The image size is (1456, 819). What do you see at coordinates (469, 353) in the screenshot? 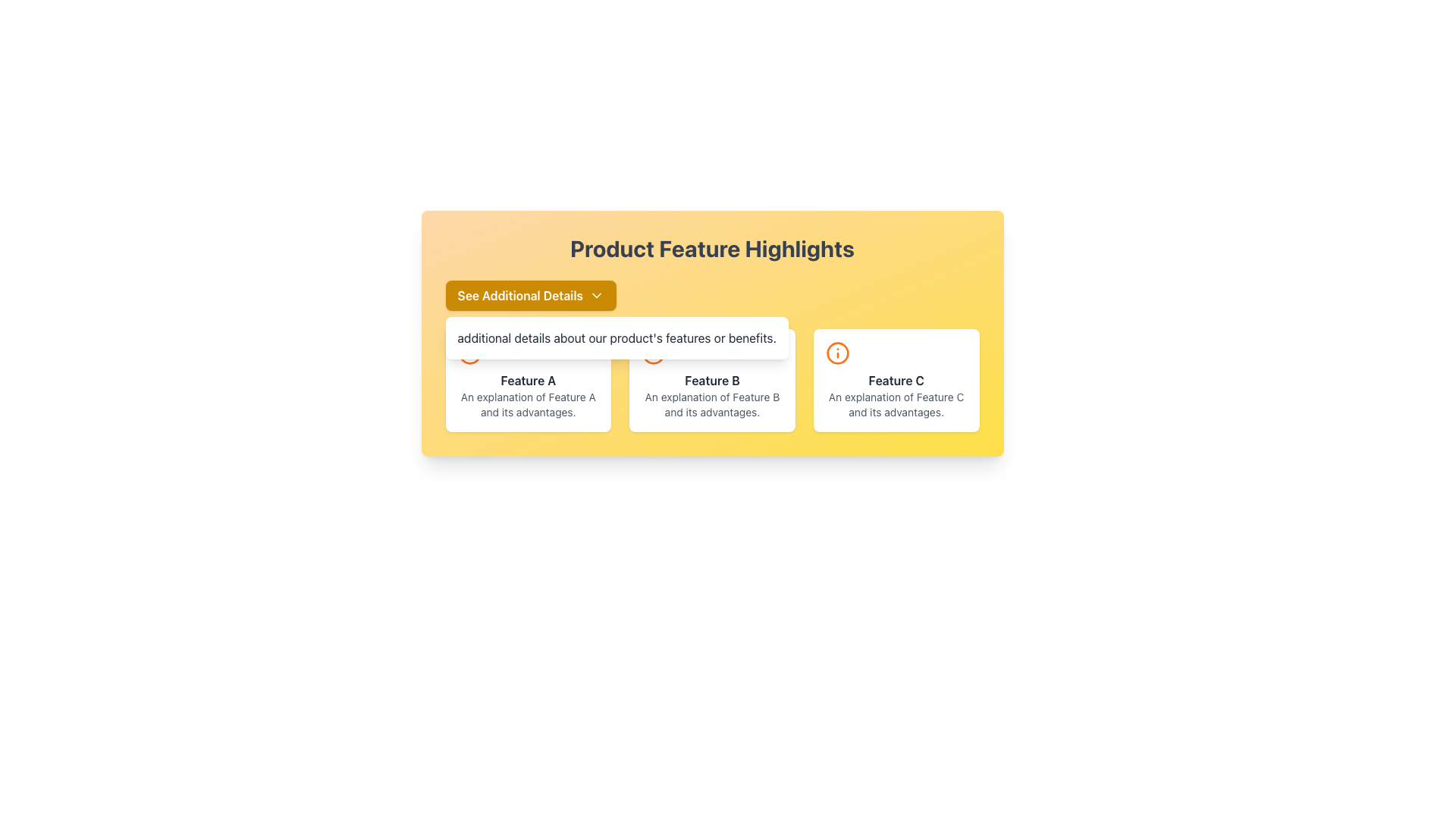
I see `the circular orange icon with an info symbol located in the top-left corner of the card titled 'Feature A'` at bounding box center [469, 353].